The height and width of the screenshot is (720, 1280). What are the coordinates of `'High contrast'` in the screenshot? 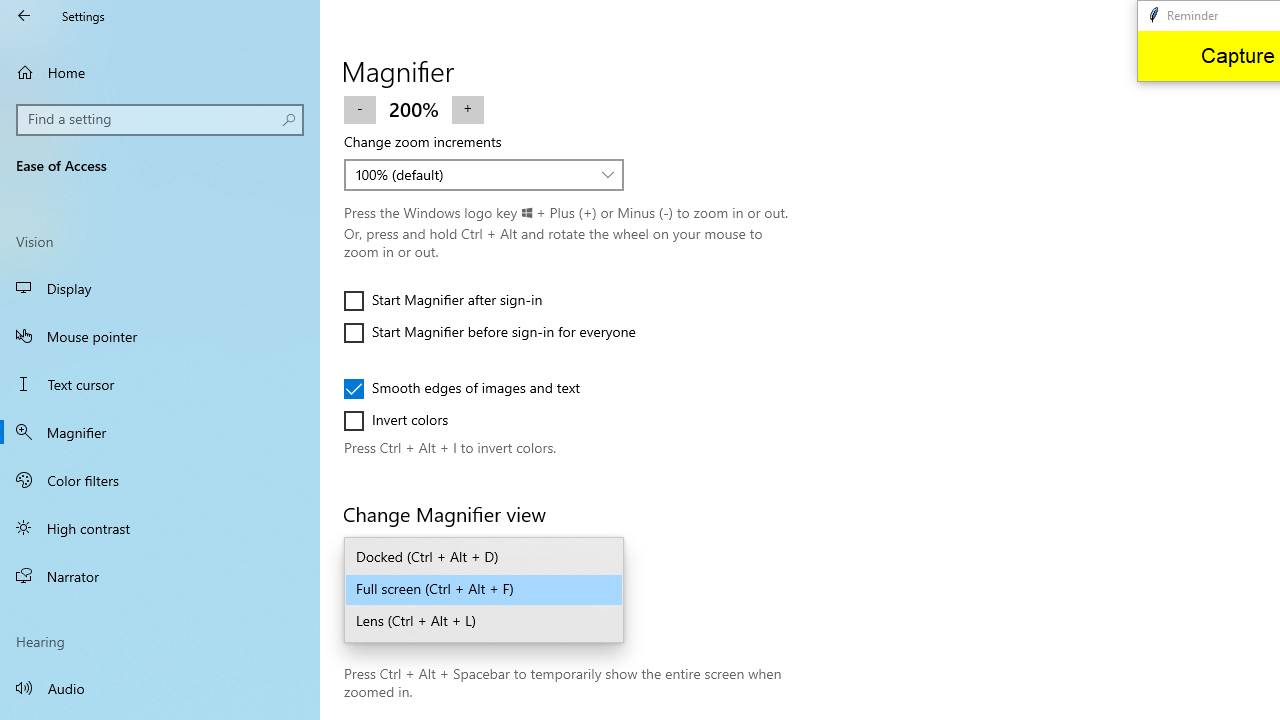 It's located at (160, 527).